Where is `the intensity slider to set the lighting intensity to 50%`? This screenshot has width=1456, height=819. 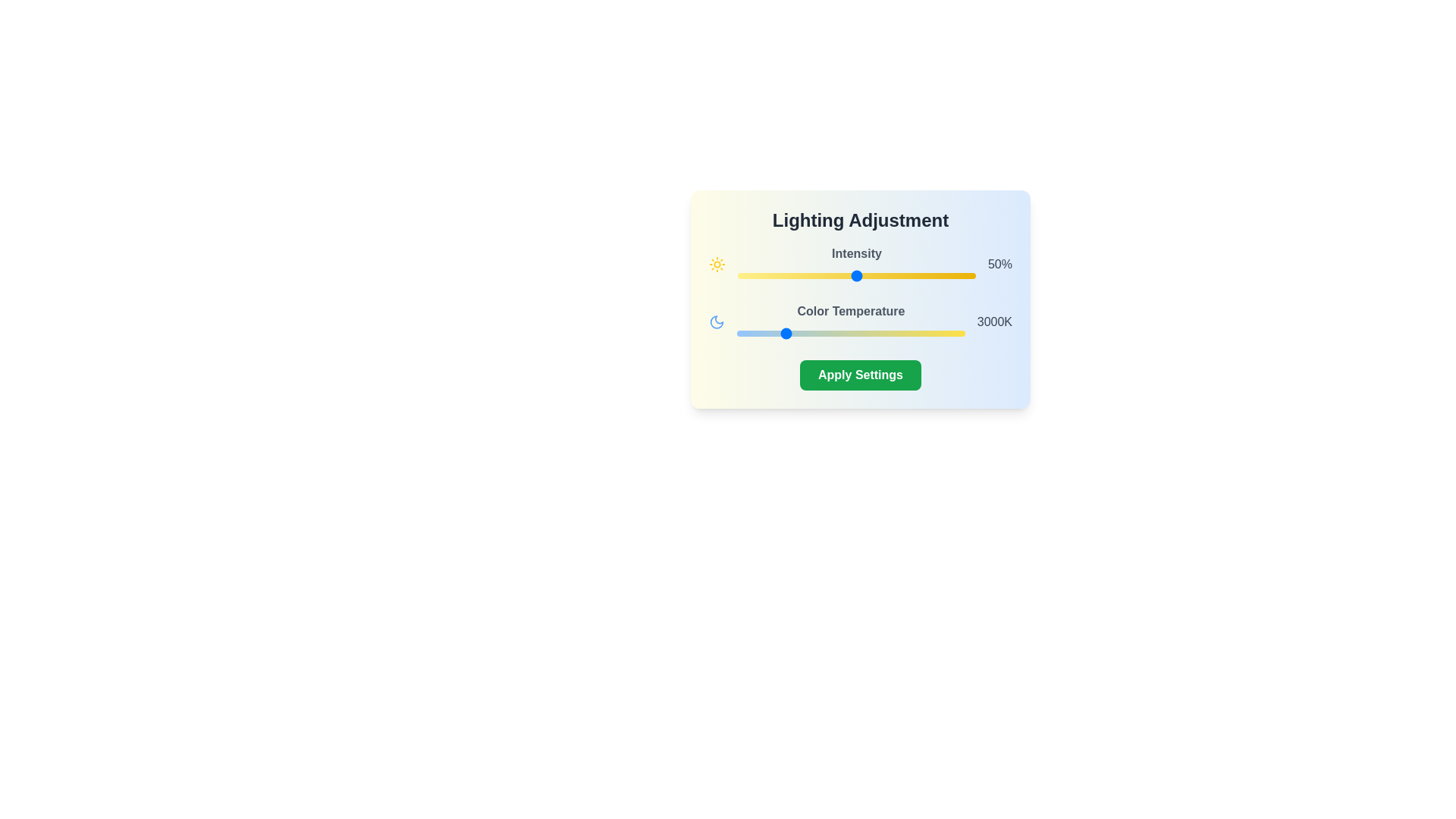 the intensity slider to set the lighting intensity to 50% is located at coordinates (856, 275).